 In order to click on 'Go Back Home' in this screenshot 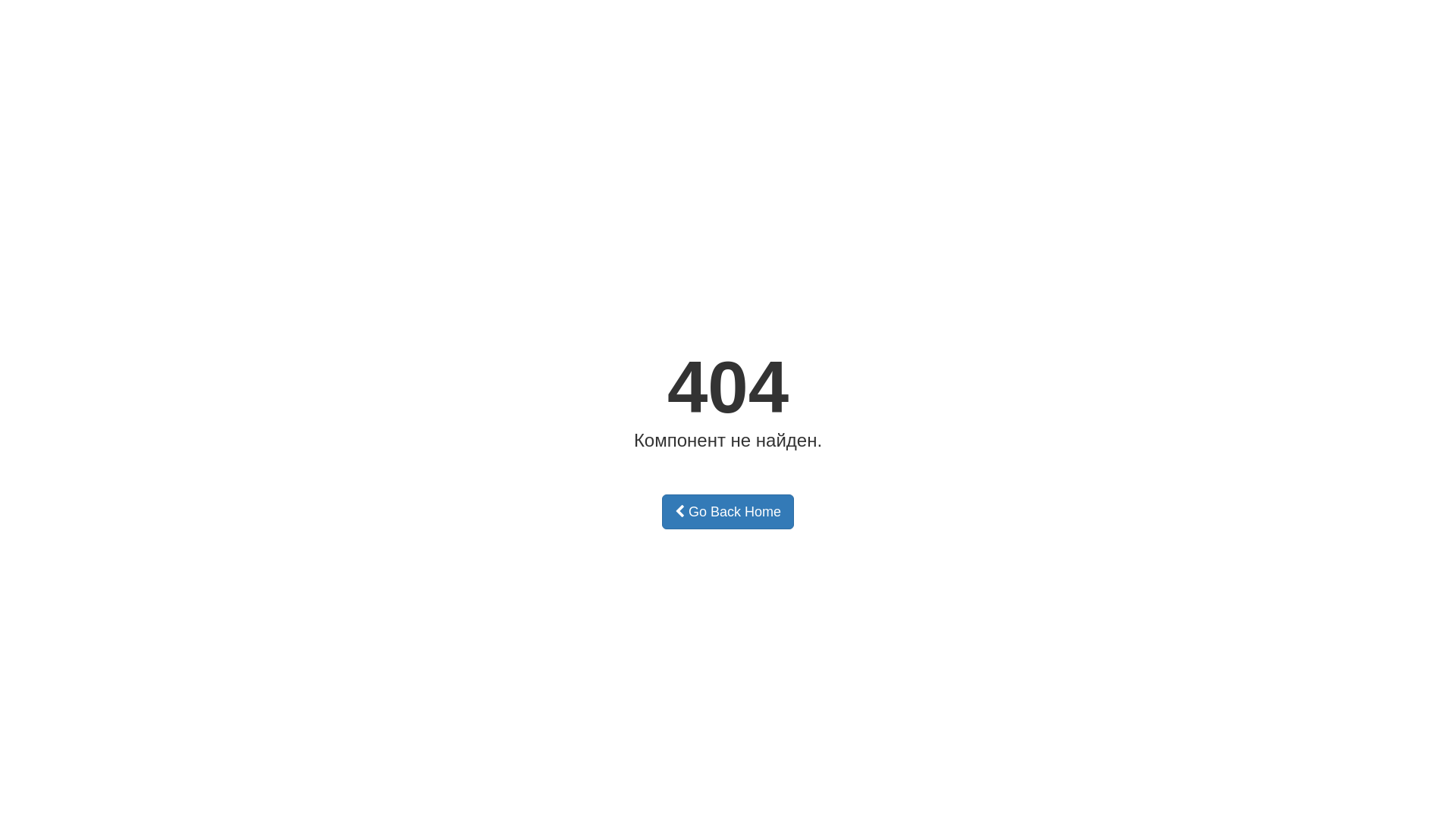, I will do `click(728, 512)`.